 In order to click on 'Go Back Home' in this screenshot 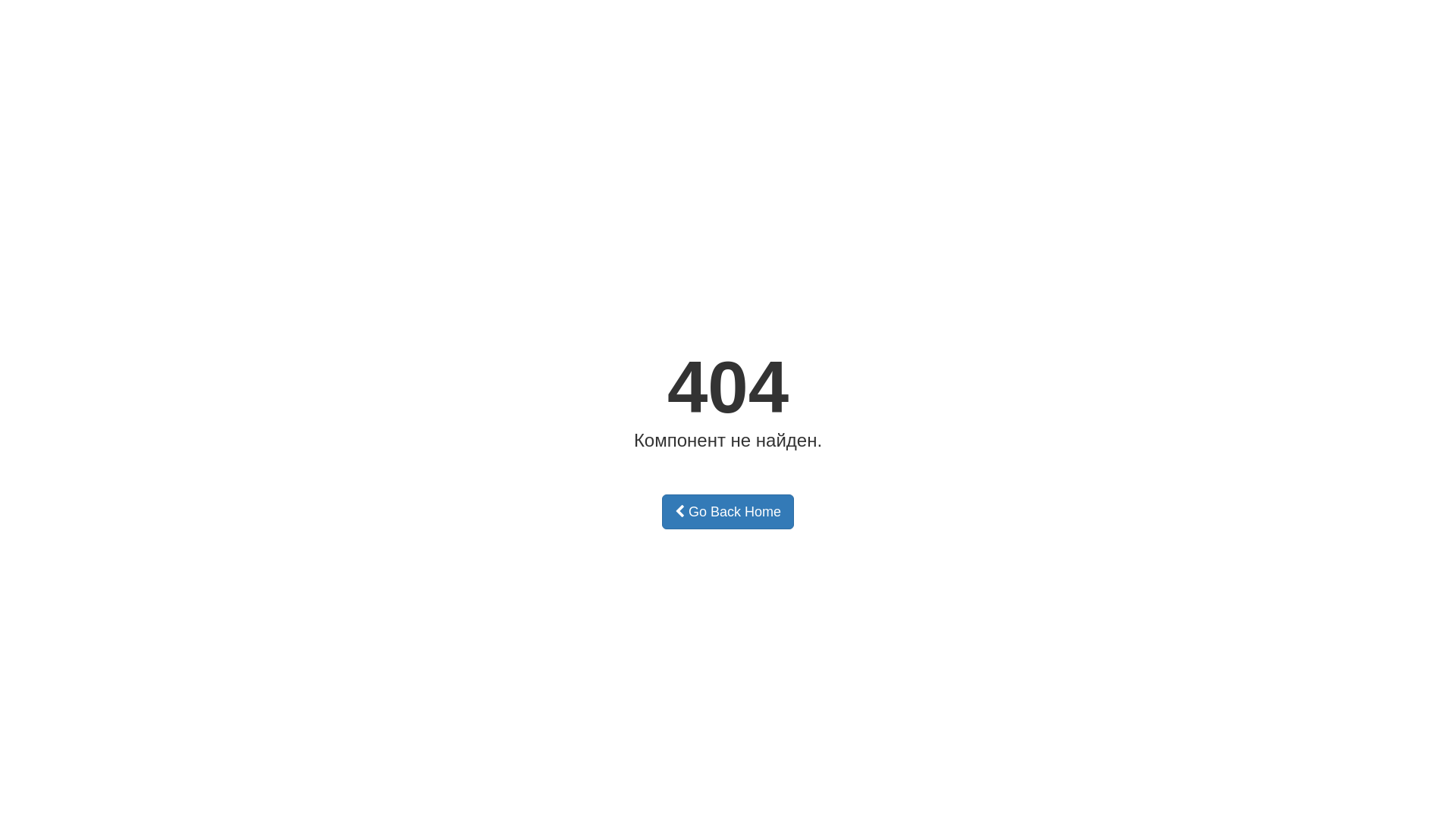, I will do `click(728, 512)`.